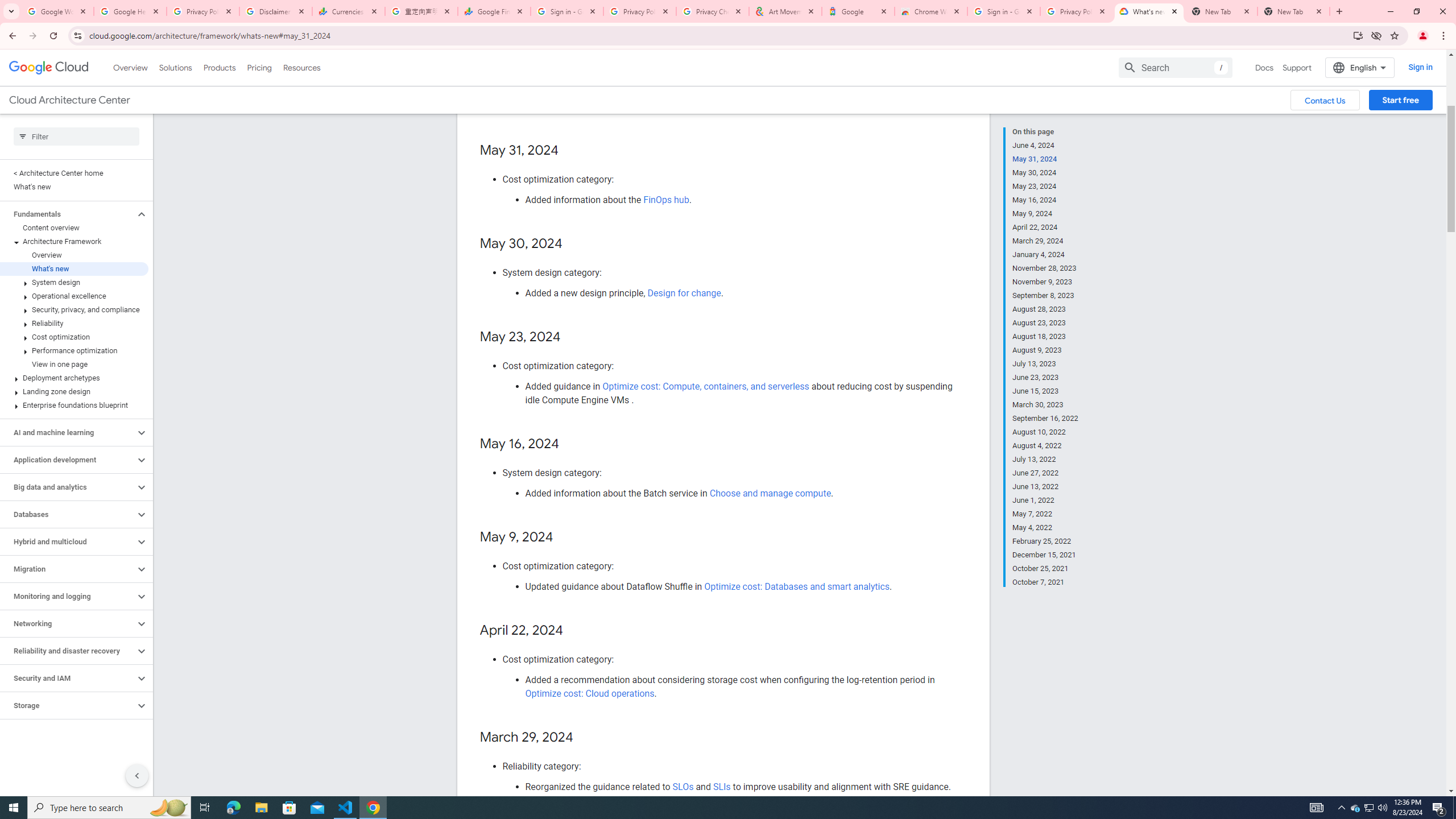 The image size is (1456, 819). Describe the element at coordinates (67, 541) in the screenshot. I see `'Hybrid and multicloud'` at that location.